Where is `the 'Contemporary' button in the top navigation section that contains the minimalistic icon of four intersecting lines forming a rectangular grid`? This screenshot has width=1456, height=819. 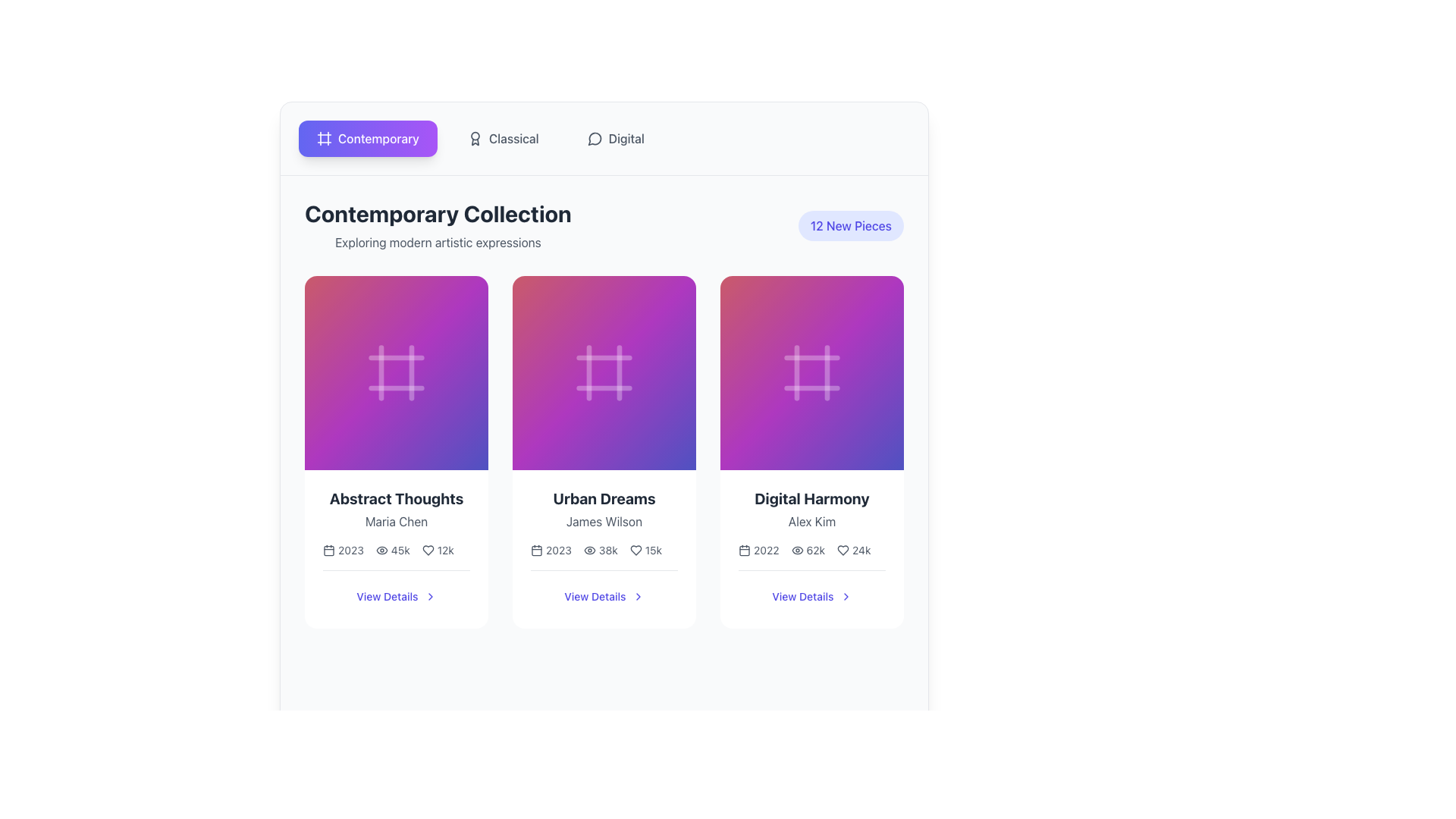 the 'Contemporary' button in the top navigation section that contains the minimalistic icon of four intersecting lines forming a rectangular grid is located at coordinates (323, 138).